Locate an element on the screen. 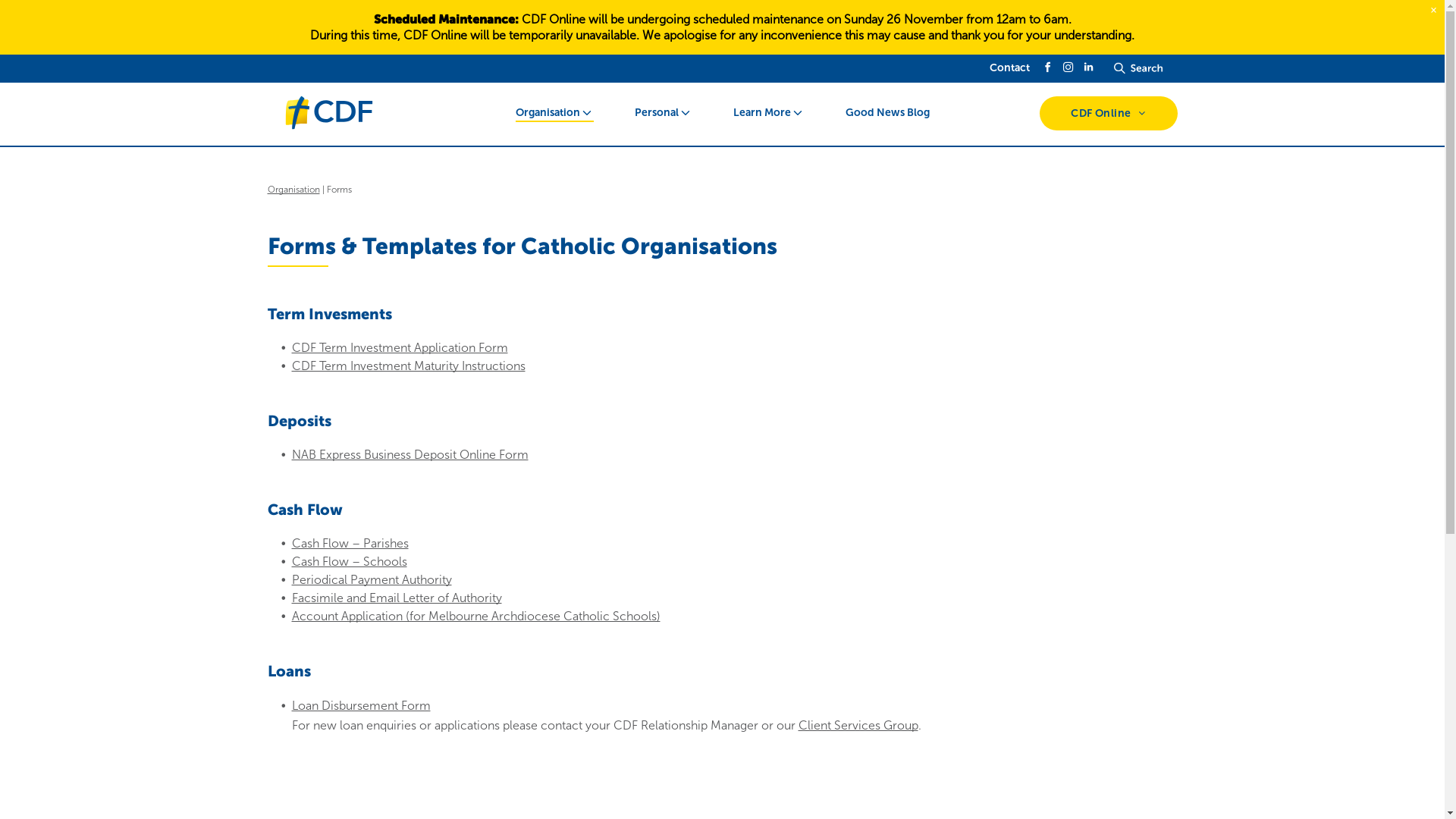 The height and width of the screenshot is (819, 1456). 'Periodical Payment Authority' is located at coordinates (291, 579).